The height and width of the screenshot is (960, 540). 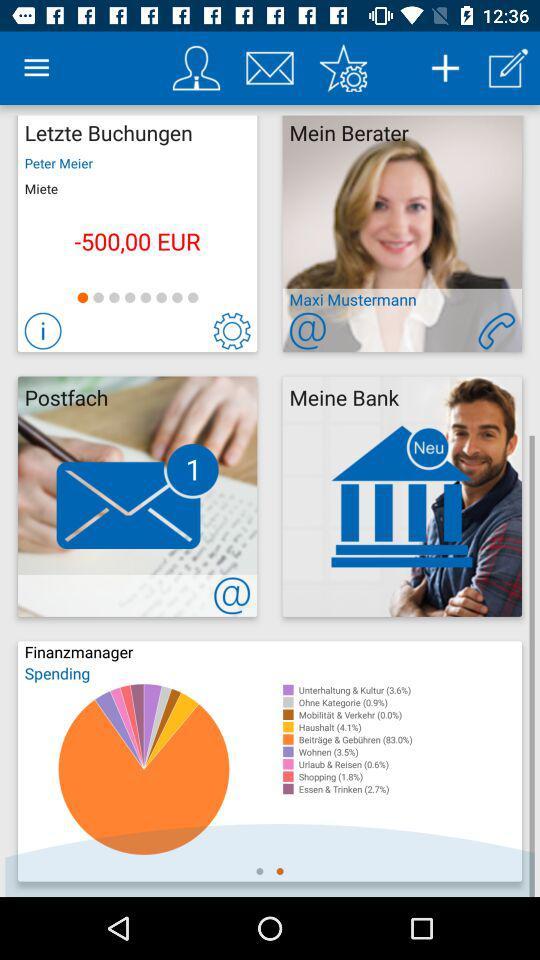 I want to click on contact through email, so click(x=270, y=68).